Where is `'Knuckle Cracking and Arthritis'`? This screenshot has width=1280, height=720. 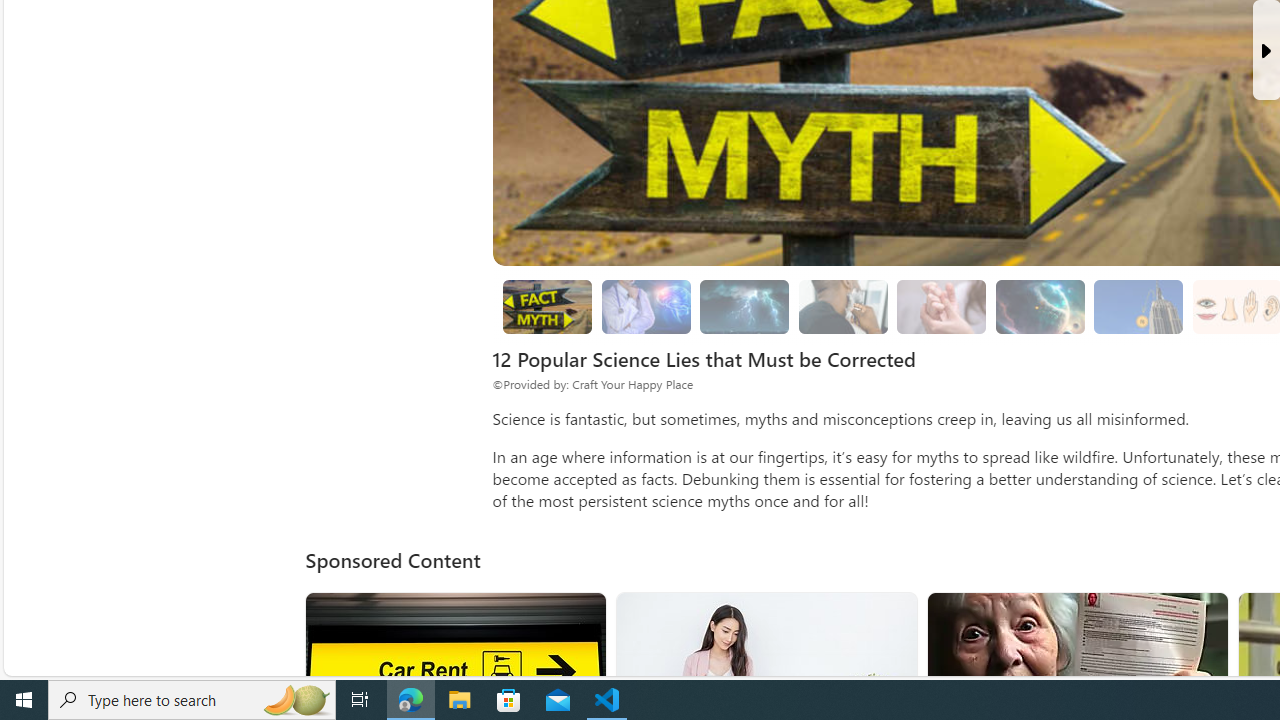 'Knuckle Cracking and Arthritis' is located at coordinates (941, 307).